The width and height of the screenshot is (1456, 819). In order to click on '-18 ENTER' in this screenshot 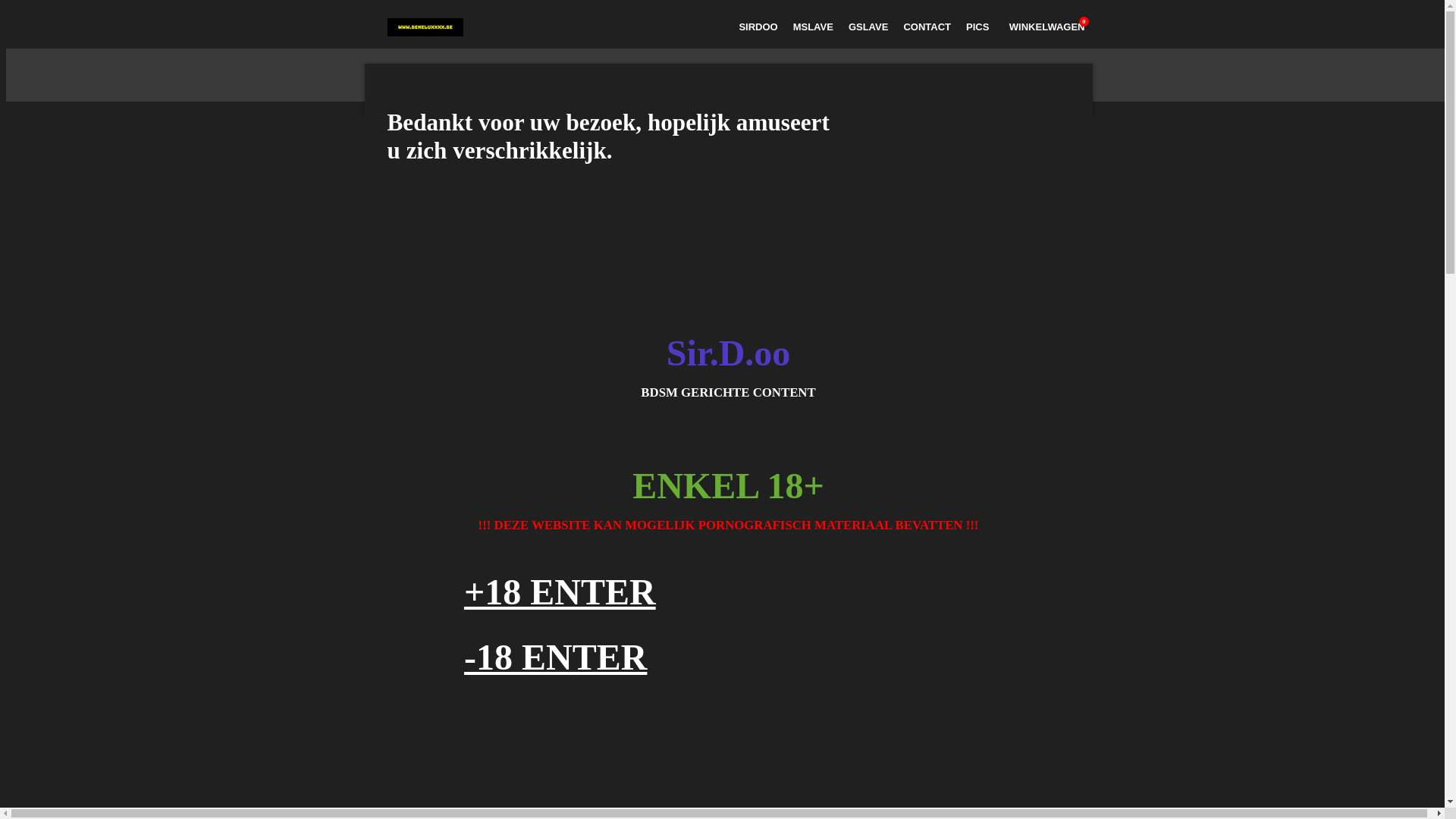, I will do `click(554, 656)`.